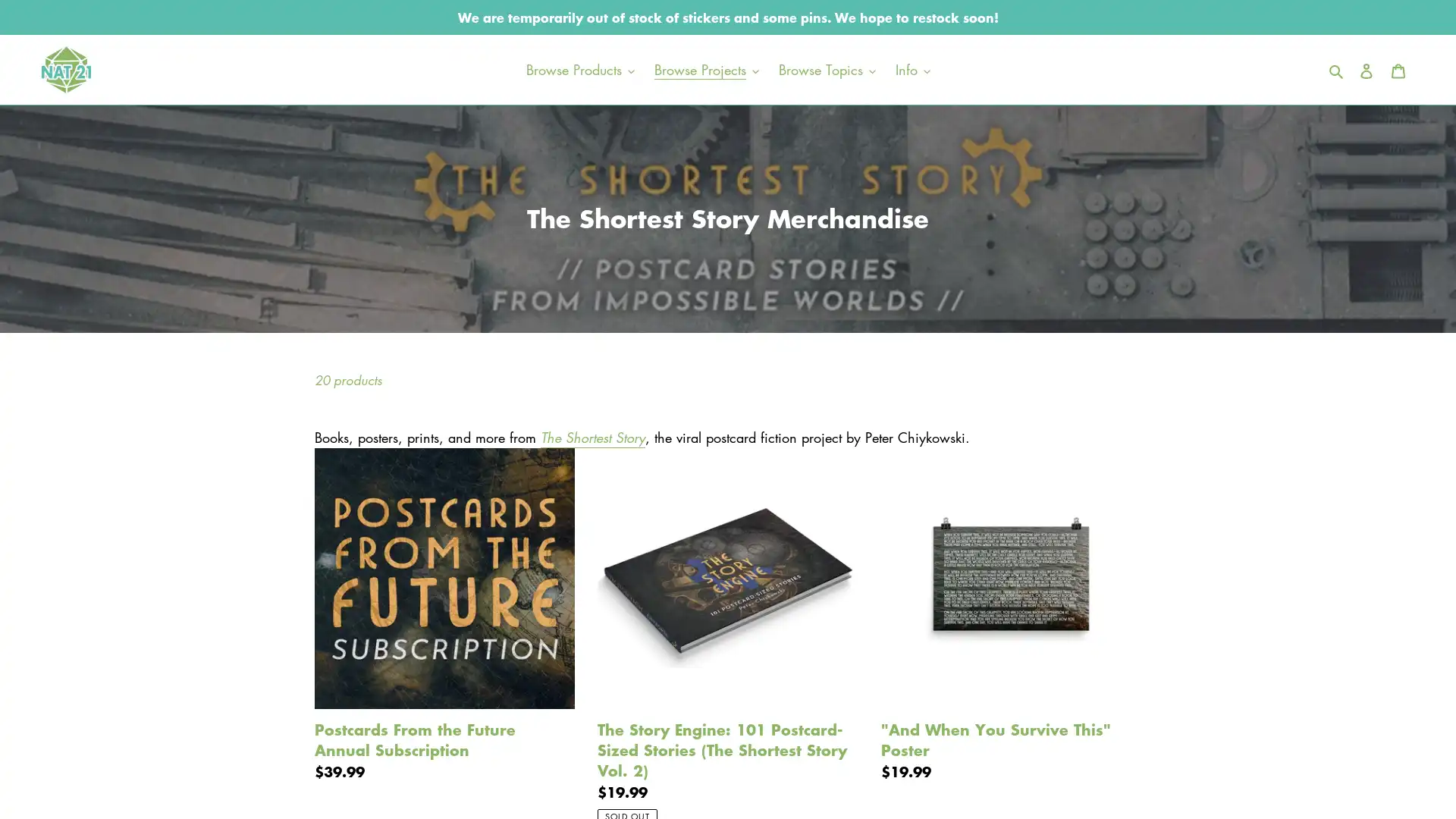  I want to click on Browse Projects, so click(705, 69).